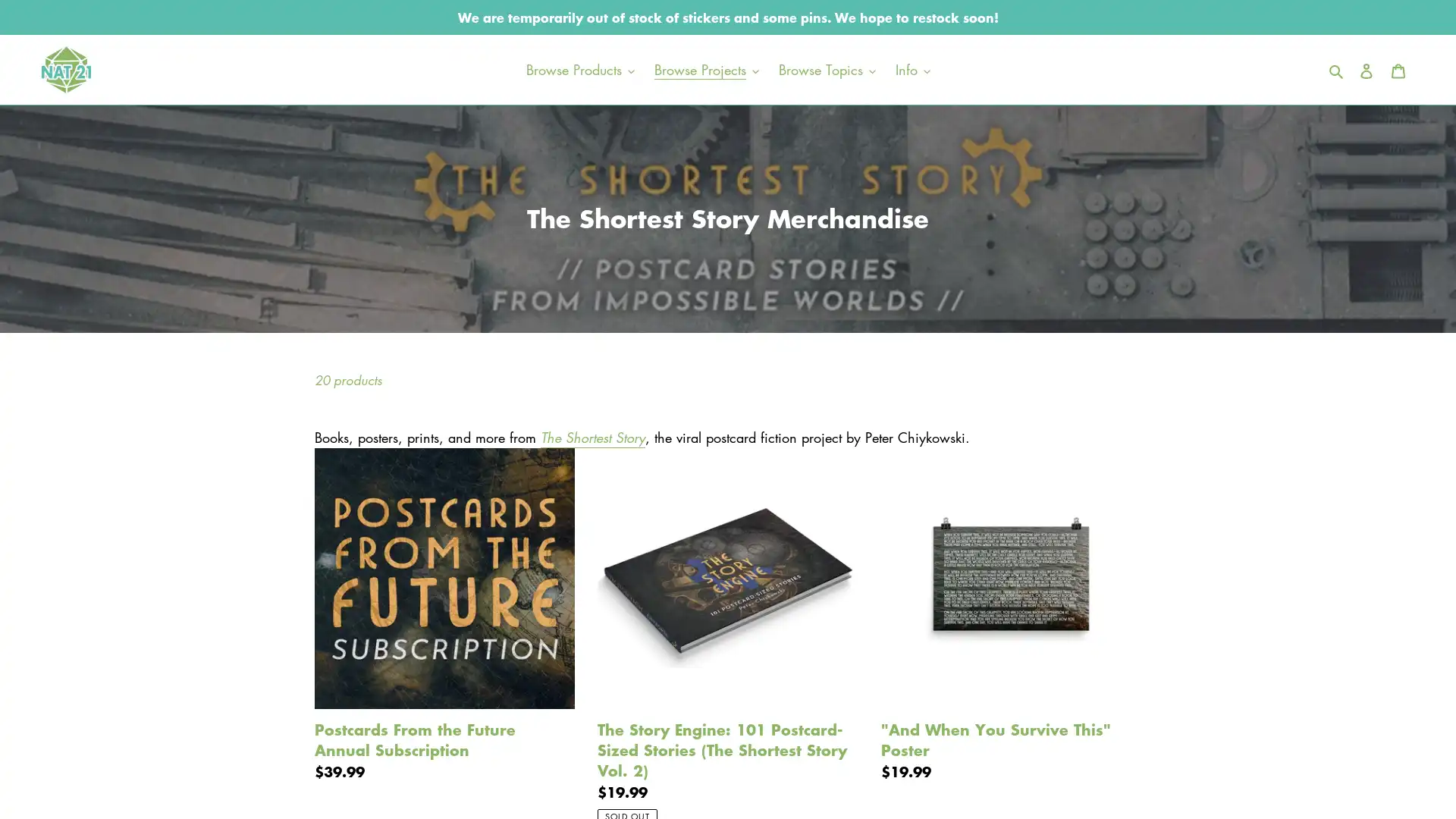  I want to click on Browse Projects, so click(705, 69).